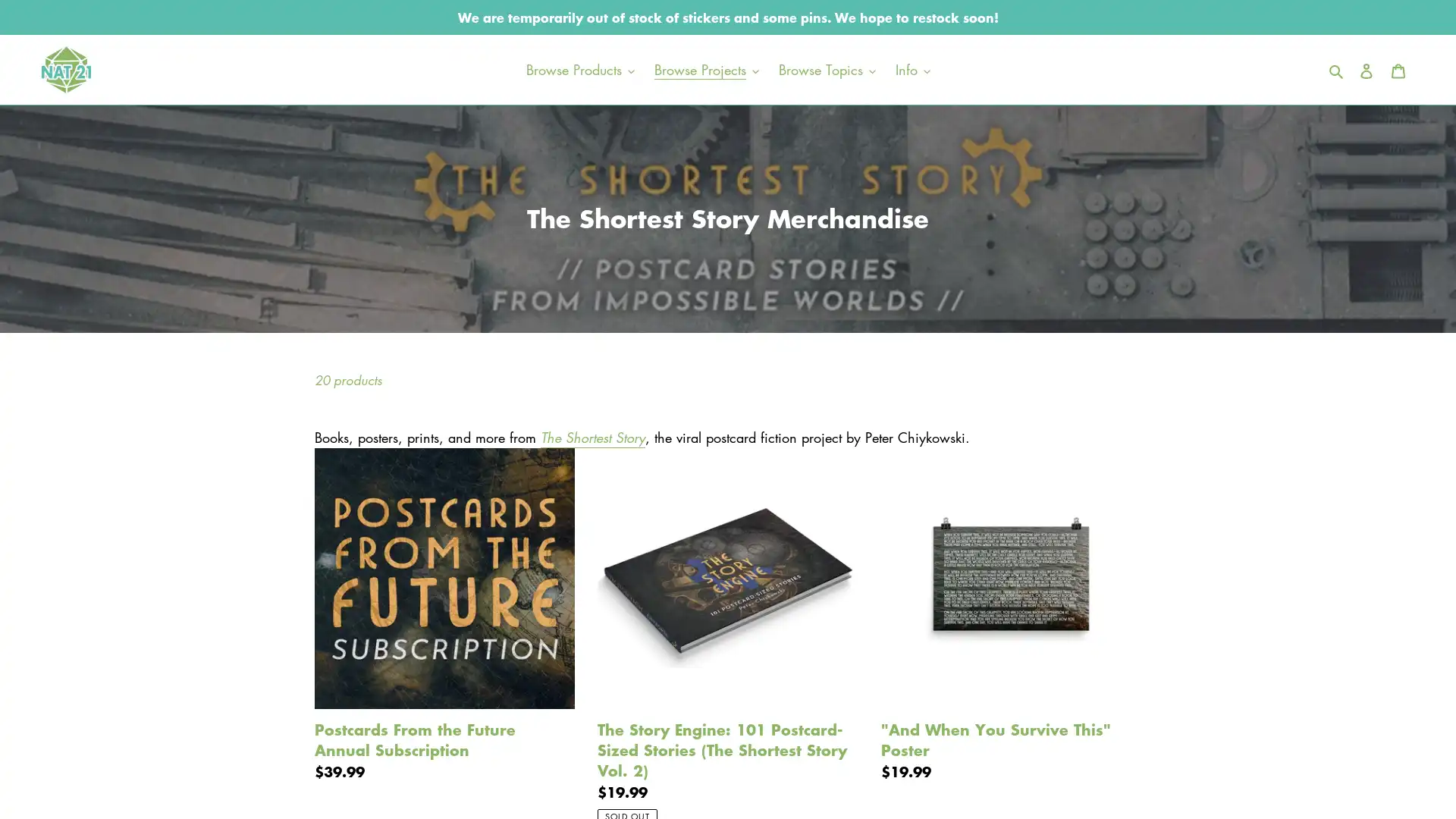  I want to click on Browse Projects, so click(705, 69).